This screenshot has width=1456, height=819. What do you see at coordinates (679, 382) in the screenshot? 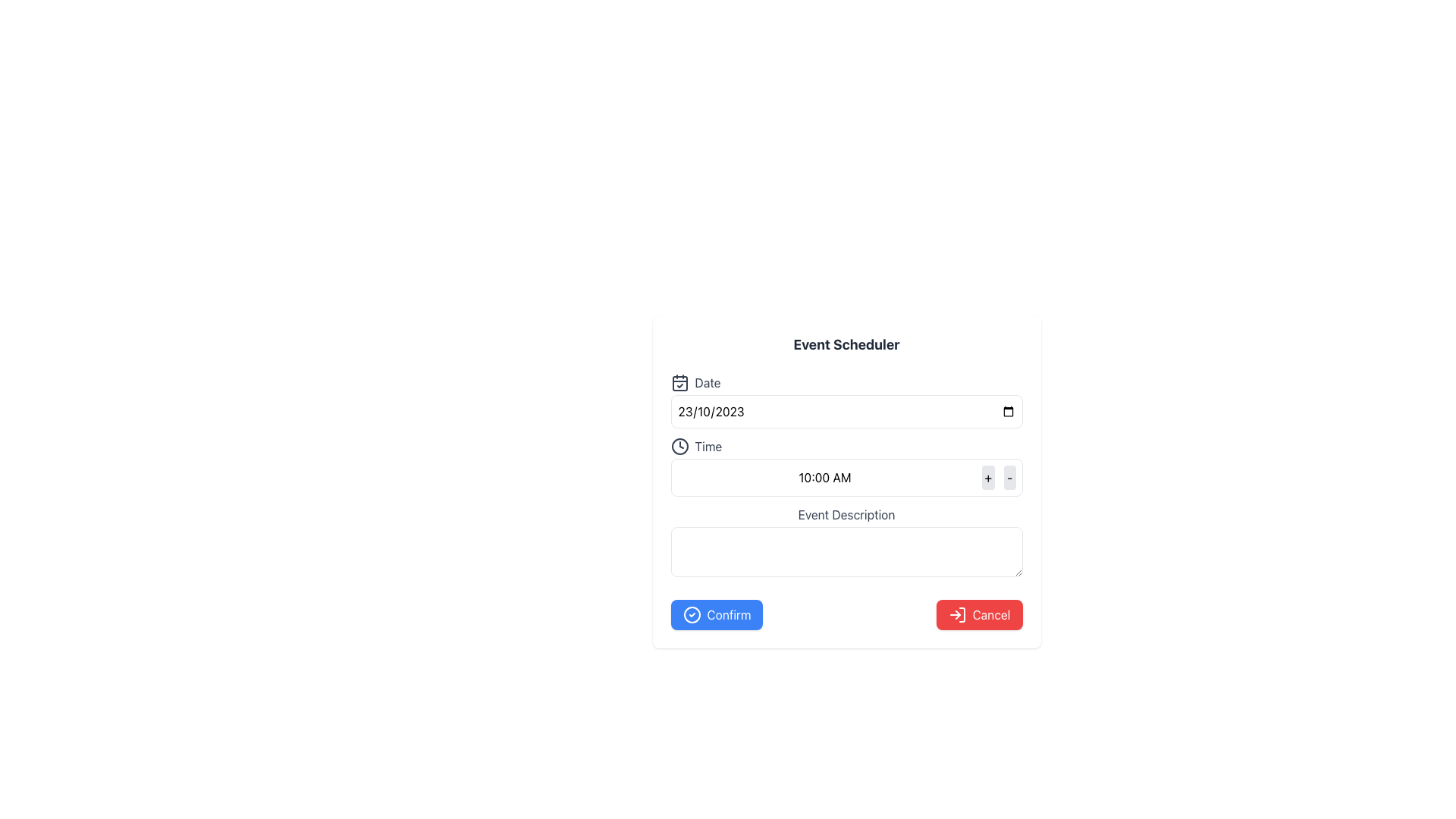
I see `the rounded rectangle part of the calendar-check icon located to the right of the 'Date' label in the 'Event Scheduler' form` at bounding box center [679, 382].